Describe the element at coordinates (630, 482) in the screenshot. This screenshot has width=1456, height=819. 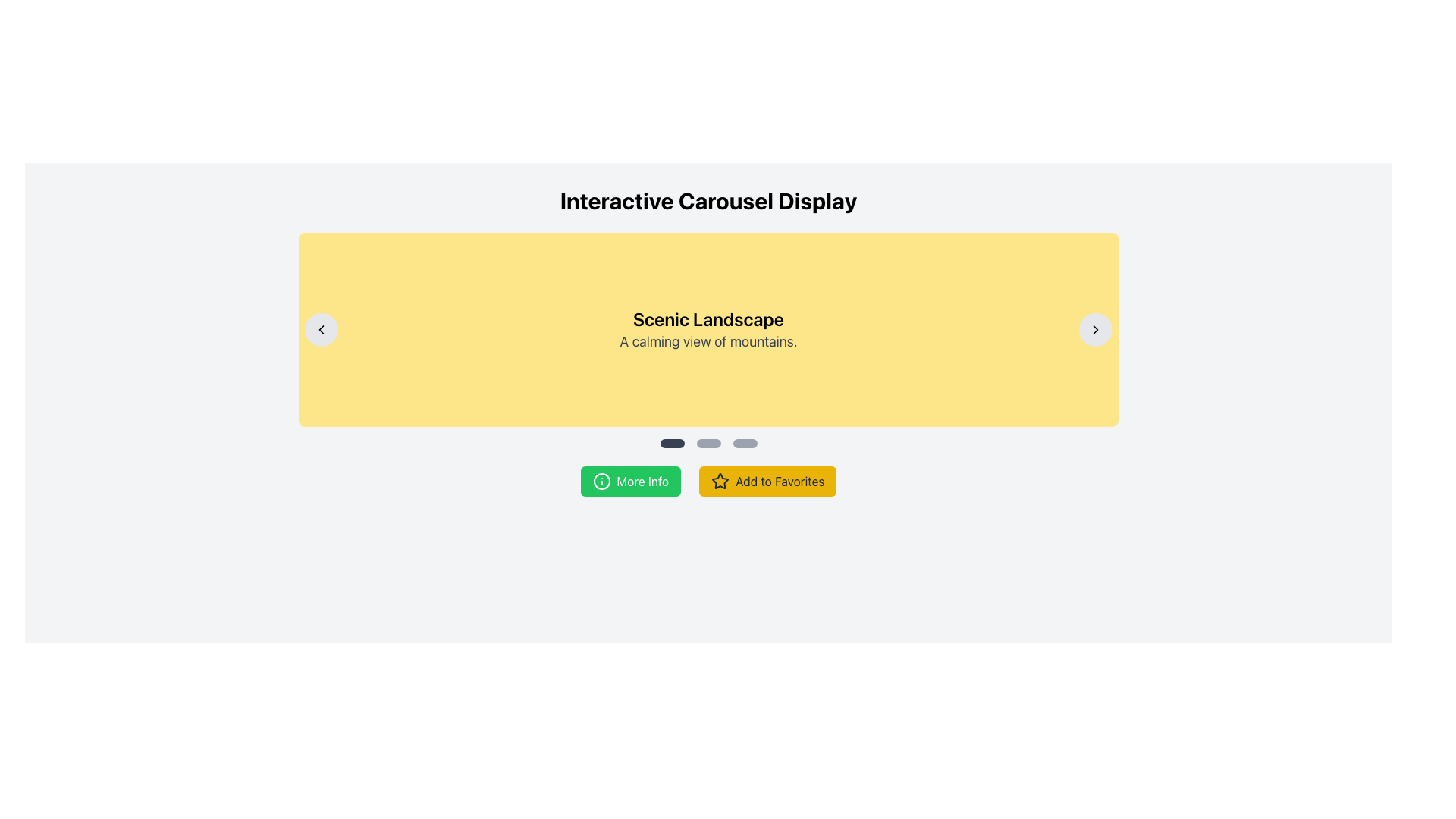
I see `the leftmost button below the carousel display` at that location.